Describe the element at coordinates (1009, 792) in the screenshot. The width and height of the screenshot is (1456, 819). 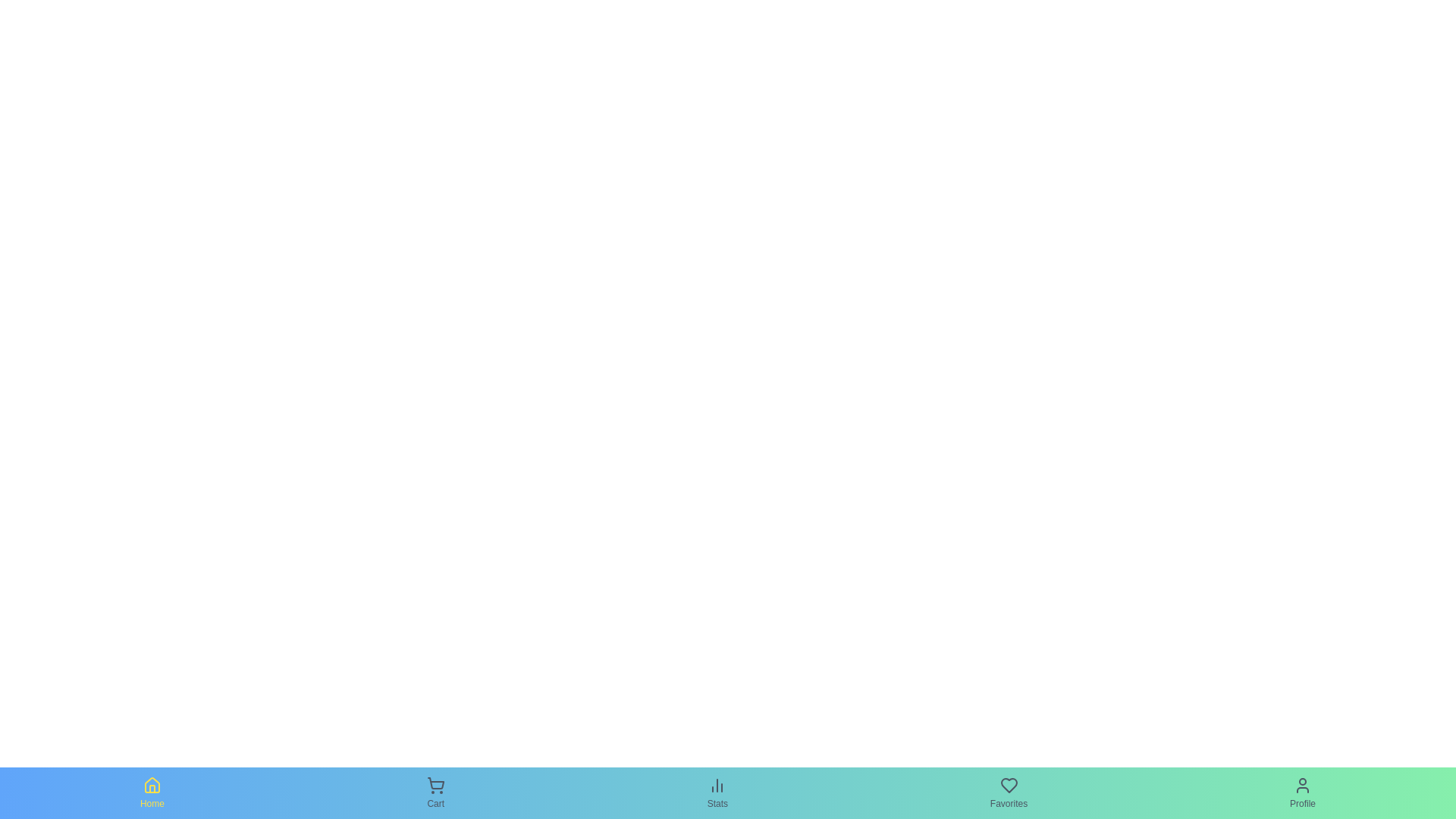
I see `the Favorites tab in the bottom navigation bar` at that location.